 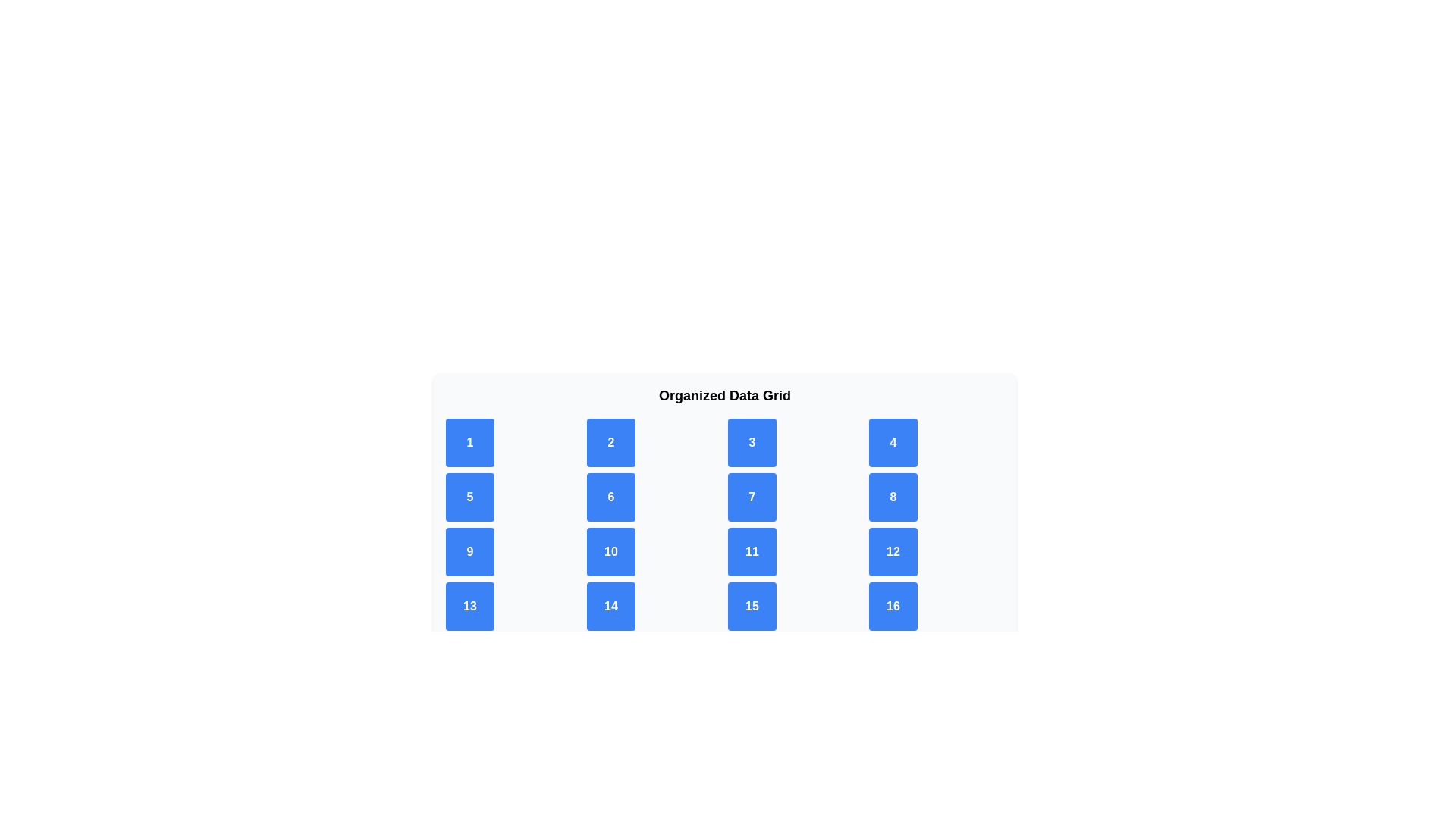 What do you see at coordinates (752, 497) in the screenshot?
I see `the blue button with rounded corners displaying the number '7', located in the second row and third column of the 4x4 grid` at bounding box center [752, 497].